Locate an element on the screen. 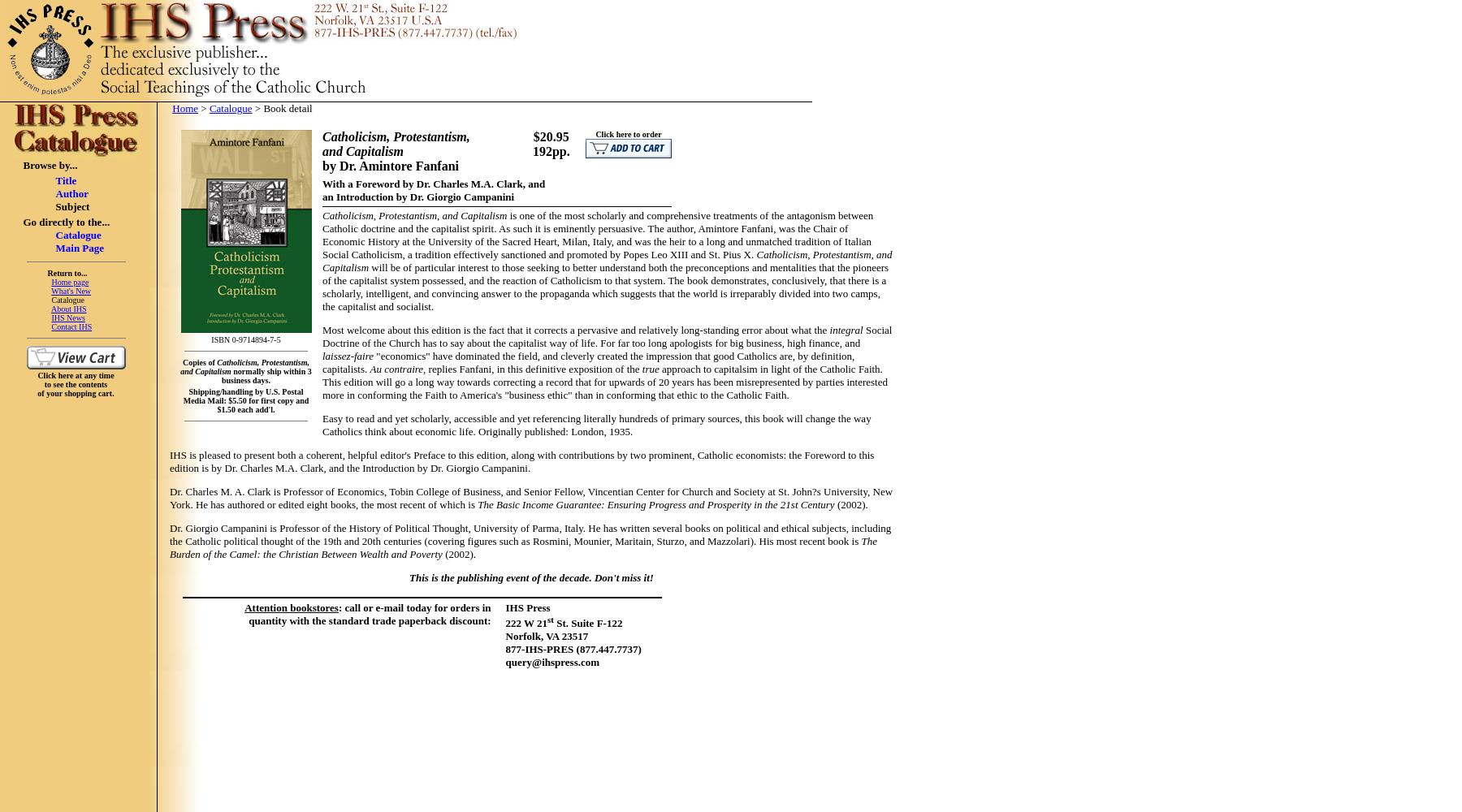  'Easy to read and yet scholarly, accessible and yet referencing literally hundreds of primary sources, this book will change the way Catholics think about economic life. Originally published: London, 1935.' is located at coordinates (595, 425).